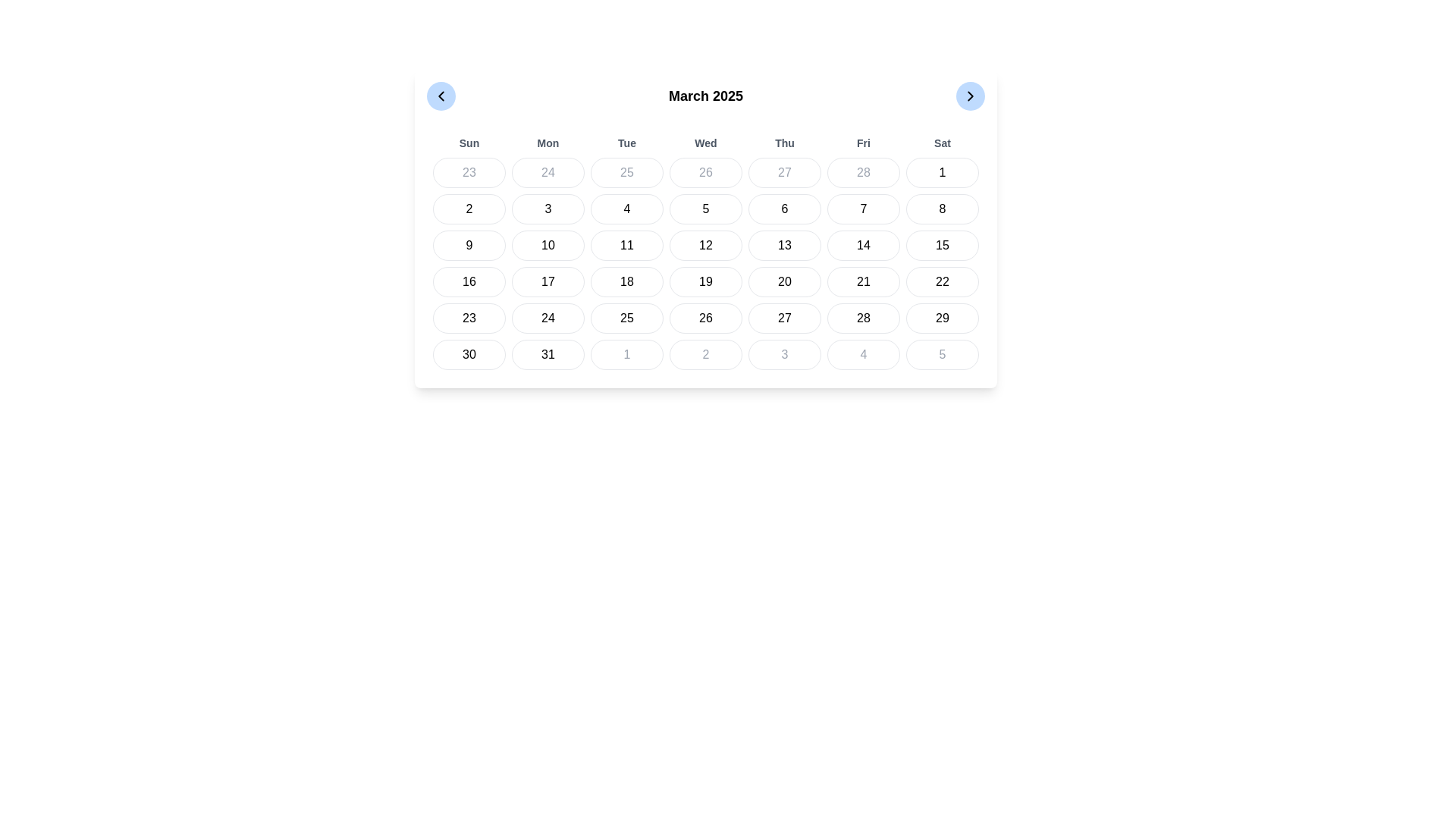 The image size is (1456, 819). Describe the element at coordinates (626, 209) in the screenshot. I see `the circular button labeled '4' with a white background and a thin border` at that location.